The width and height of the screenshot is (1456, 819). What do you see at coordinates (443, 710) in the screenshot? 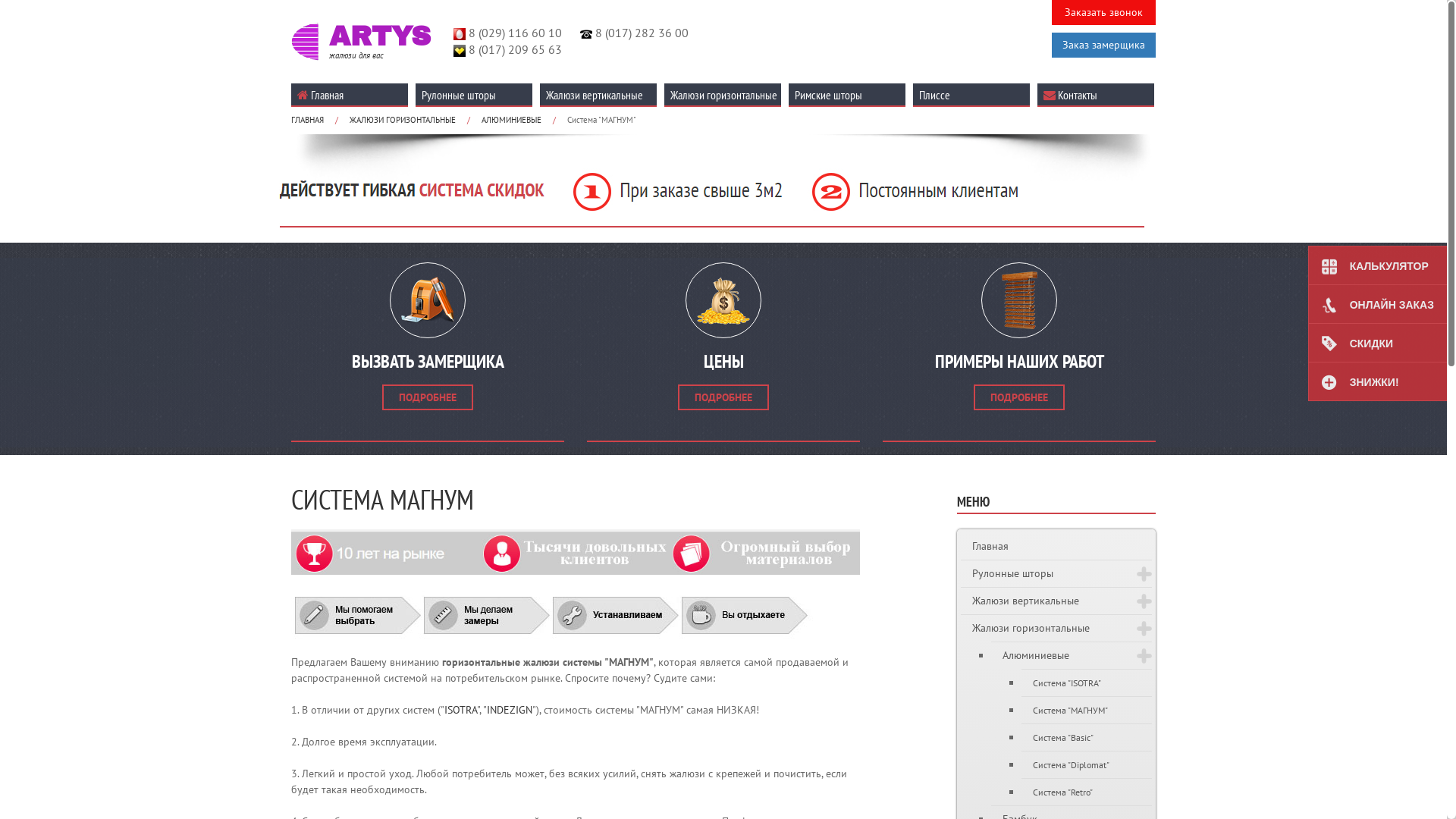
I see `'ISOTRA'` at bounding box center [443, 710].